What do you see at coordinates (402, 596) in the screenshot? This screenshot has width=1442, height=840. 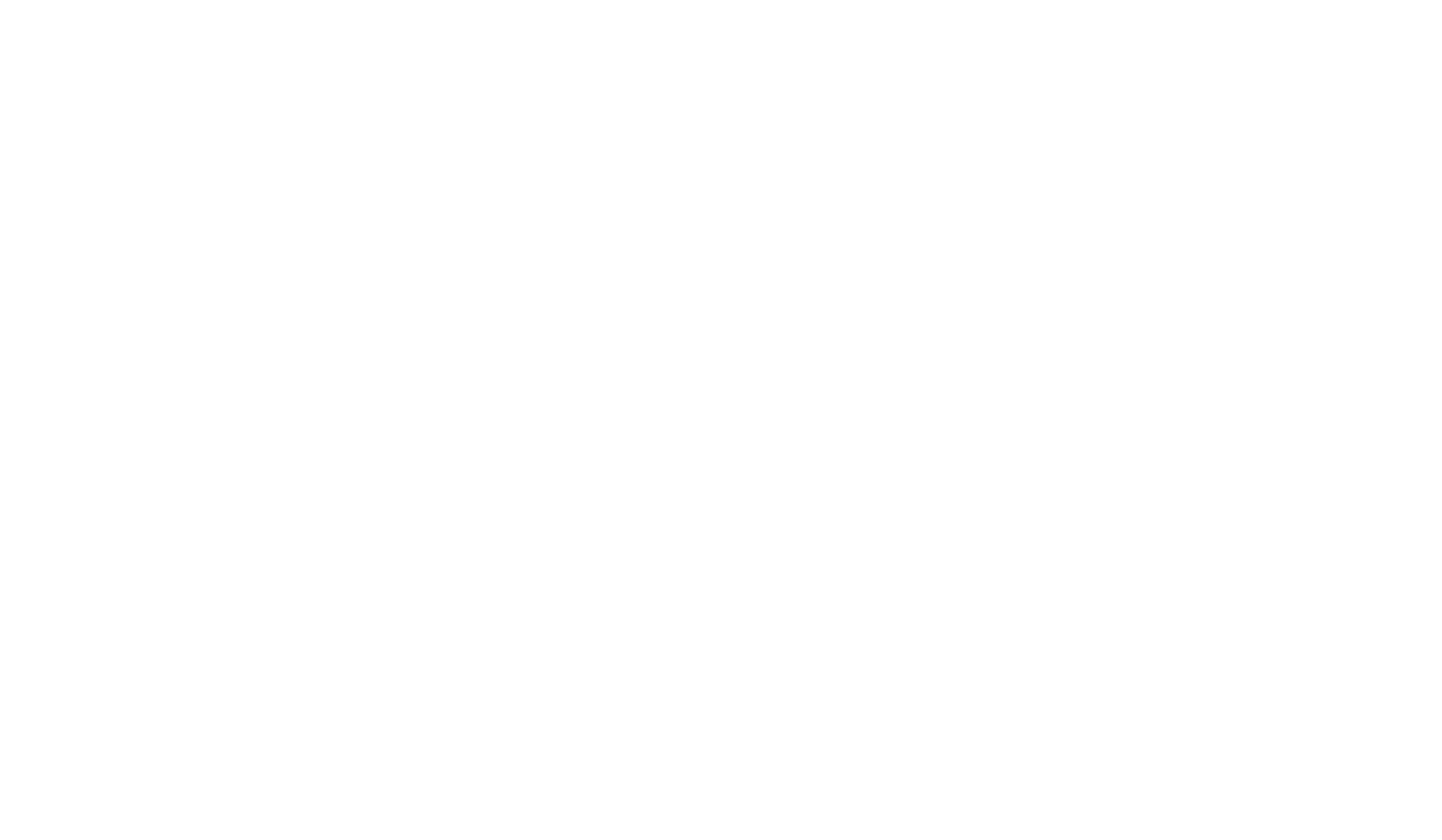 I see `'Challenges are just opportunities in disguise.'` at bounding box center [402, 596].